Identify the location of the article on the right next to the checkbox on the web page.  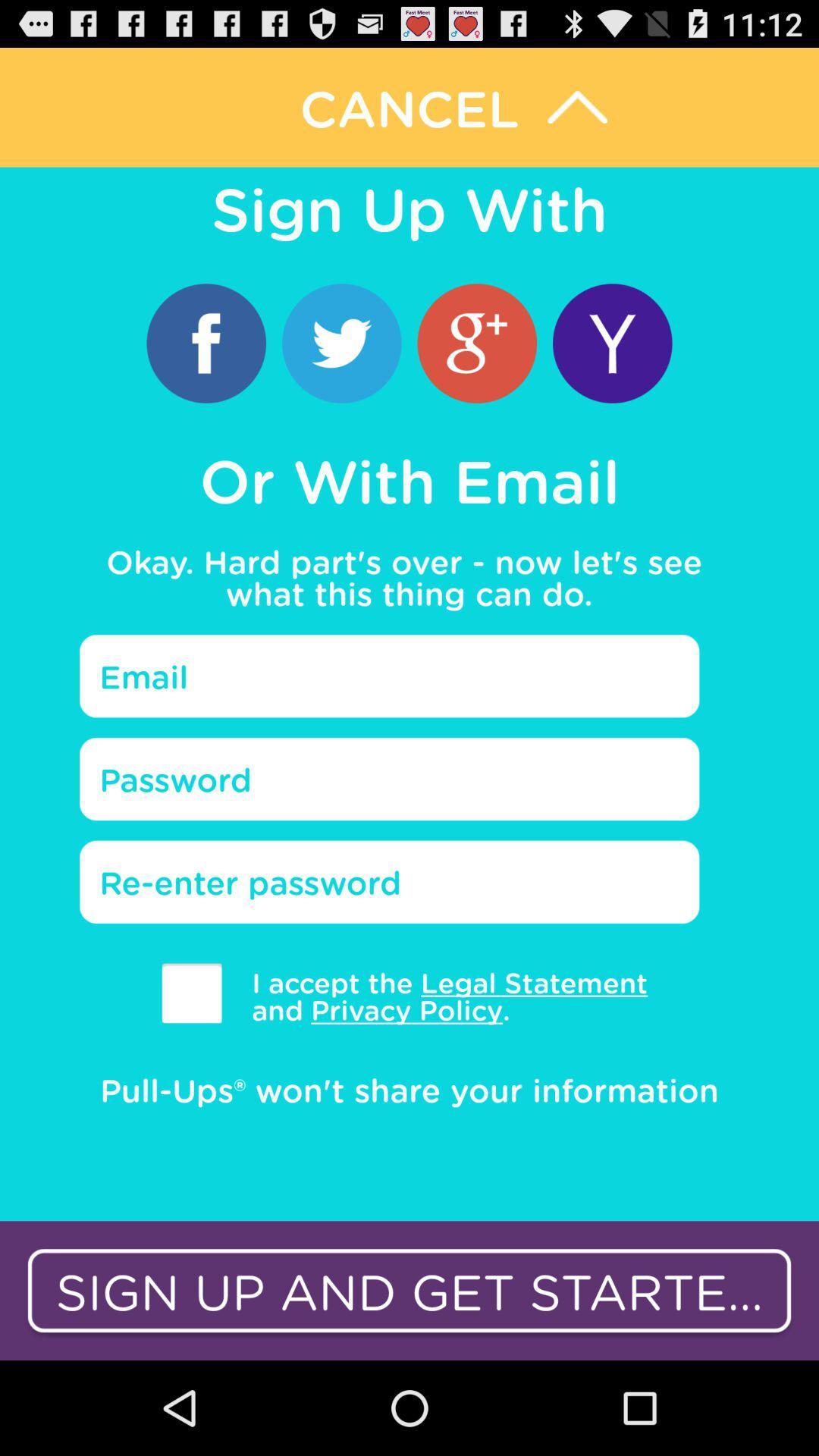
(439, 996).